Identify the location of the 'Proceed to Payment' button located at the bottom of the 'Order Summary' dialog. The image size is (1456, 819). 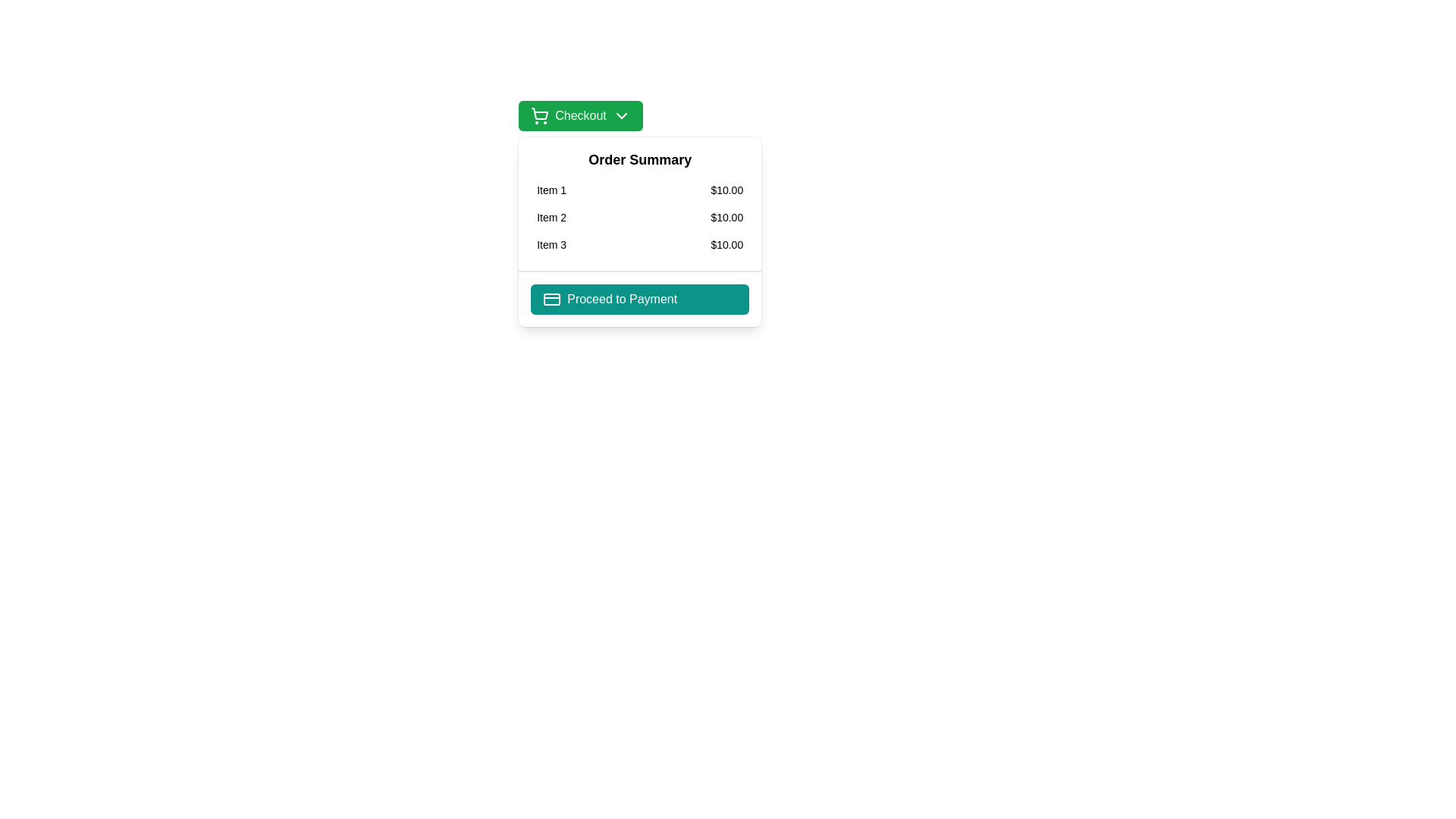
(640, 299).